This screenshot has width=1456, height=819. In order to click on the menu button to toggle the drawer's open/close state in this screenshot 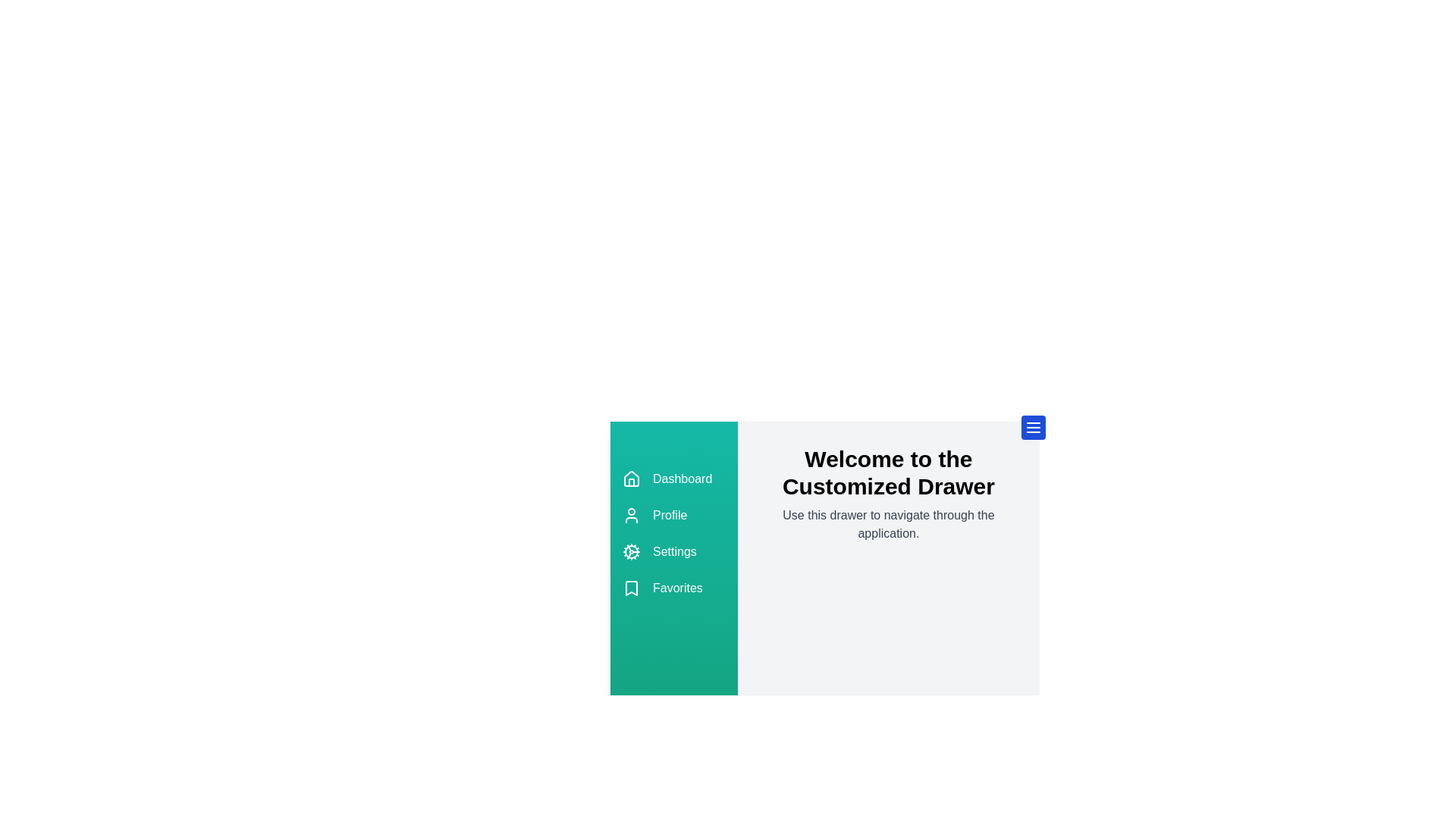, I will do `click(1033, 427)`.